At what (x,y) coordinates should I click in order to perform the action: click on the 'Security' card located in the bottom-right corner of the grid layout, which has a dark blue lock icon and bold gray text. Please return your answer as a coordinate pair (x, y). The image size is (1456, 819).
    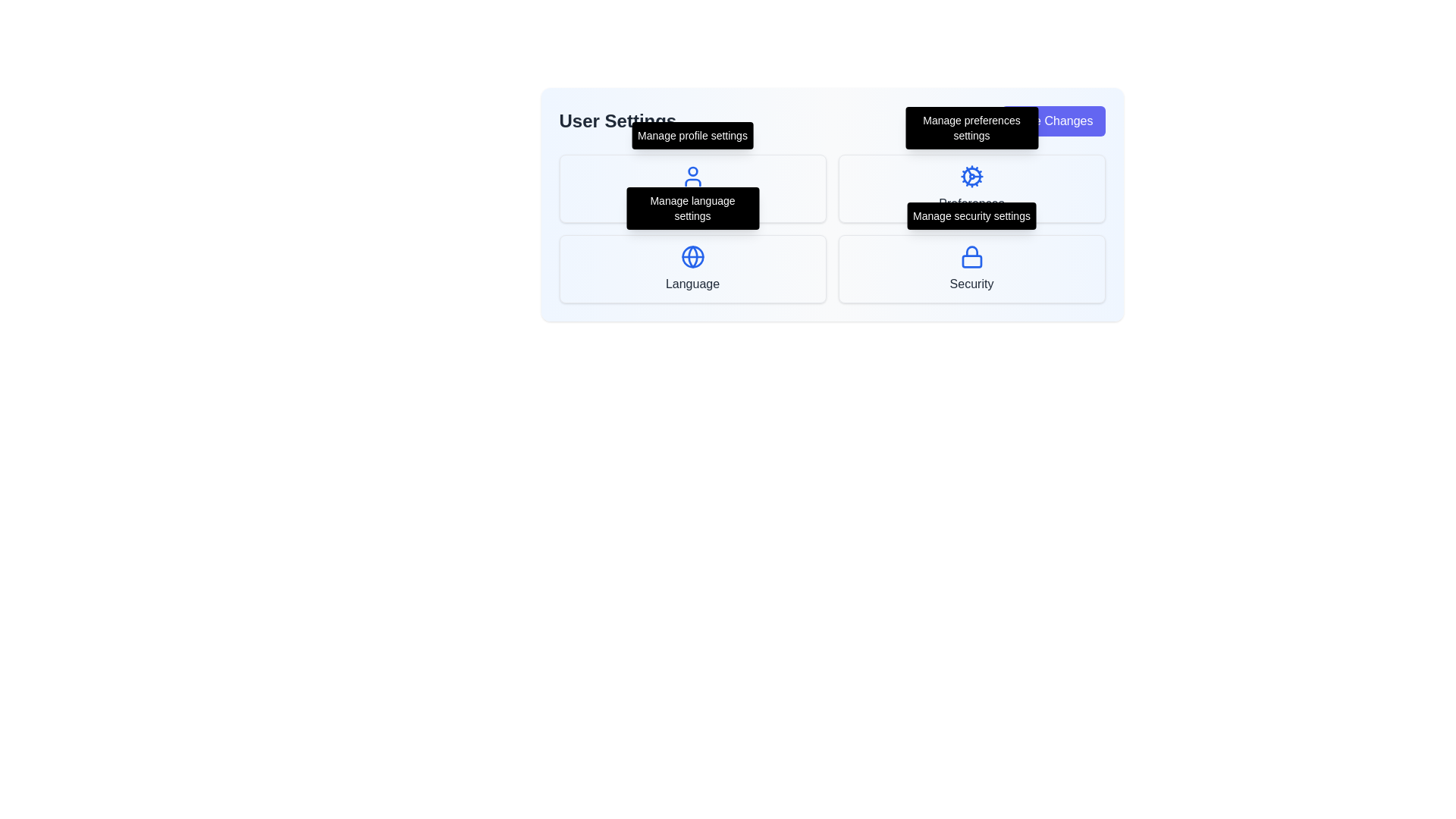
    Looking at the image, I should click on (971, 268).